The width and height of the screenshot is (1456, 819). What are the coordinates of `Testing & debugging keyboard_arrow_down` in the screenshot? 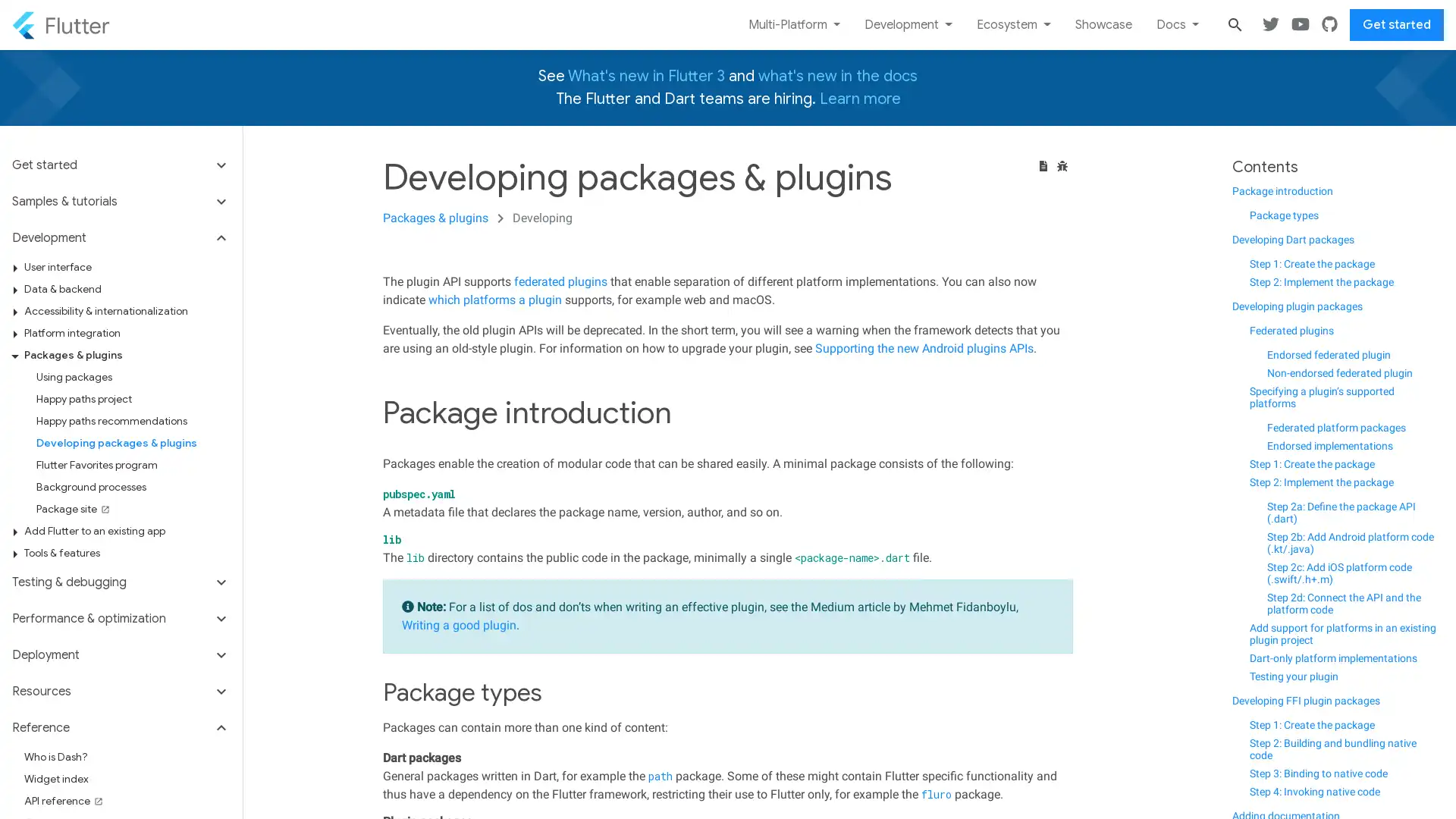 It's located at (120, 581).